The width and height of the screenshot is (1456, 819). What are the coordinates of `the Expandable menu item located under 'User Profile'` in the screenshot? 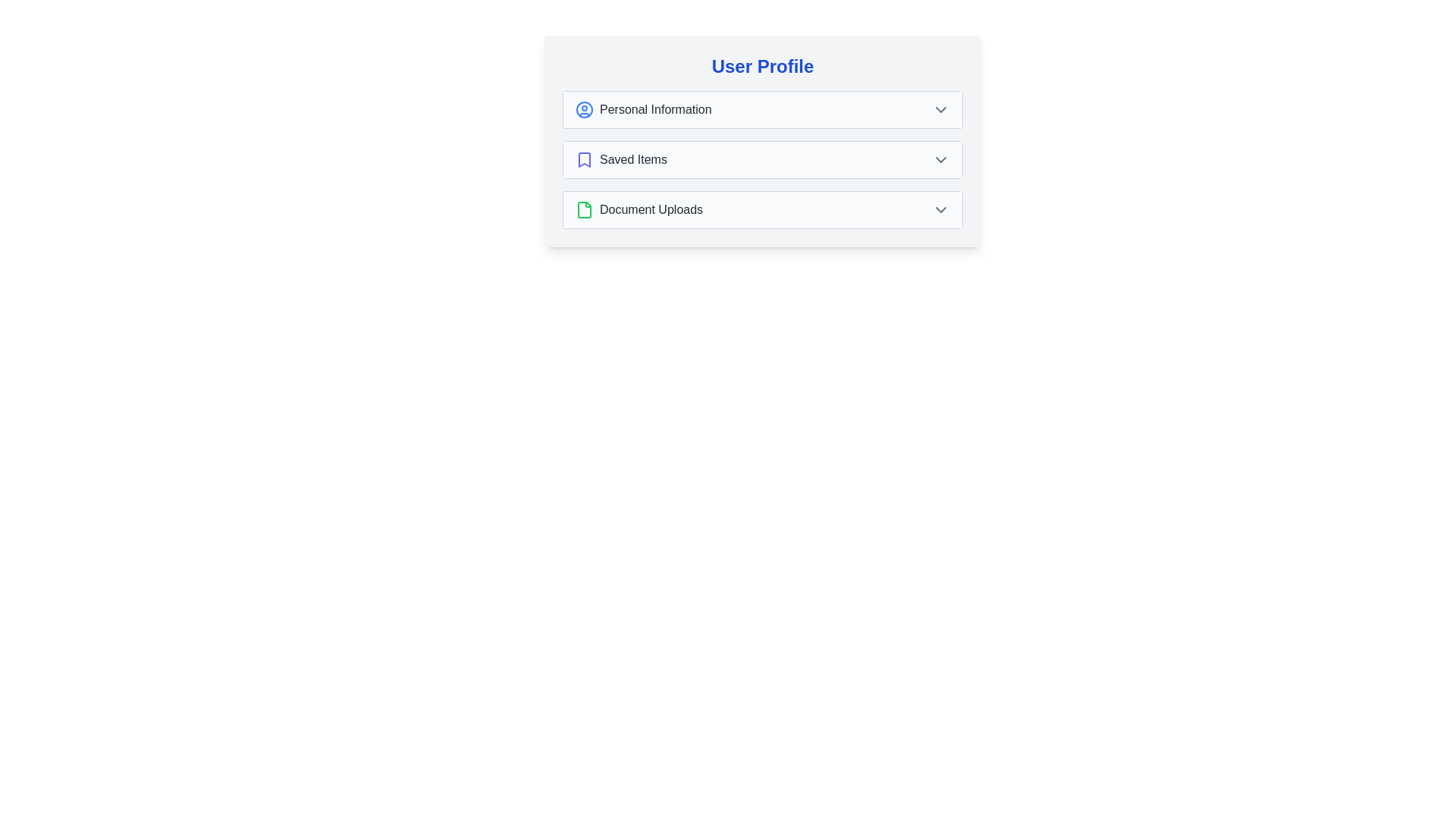 It's located at (763, 160).